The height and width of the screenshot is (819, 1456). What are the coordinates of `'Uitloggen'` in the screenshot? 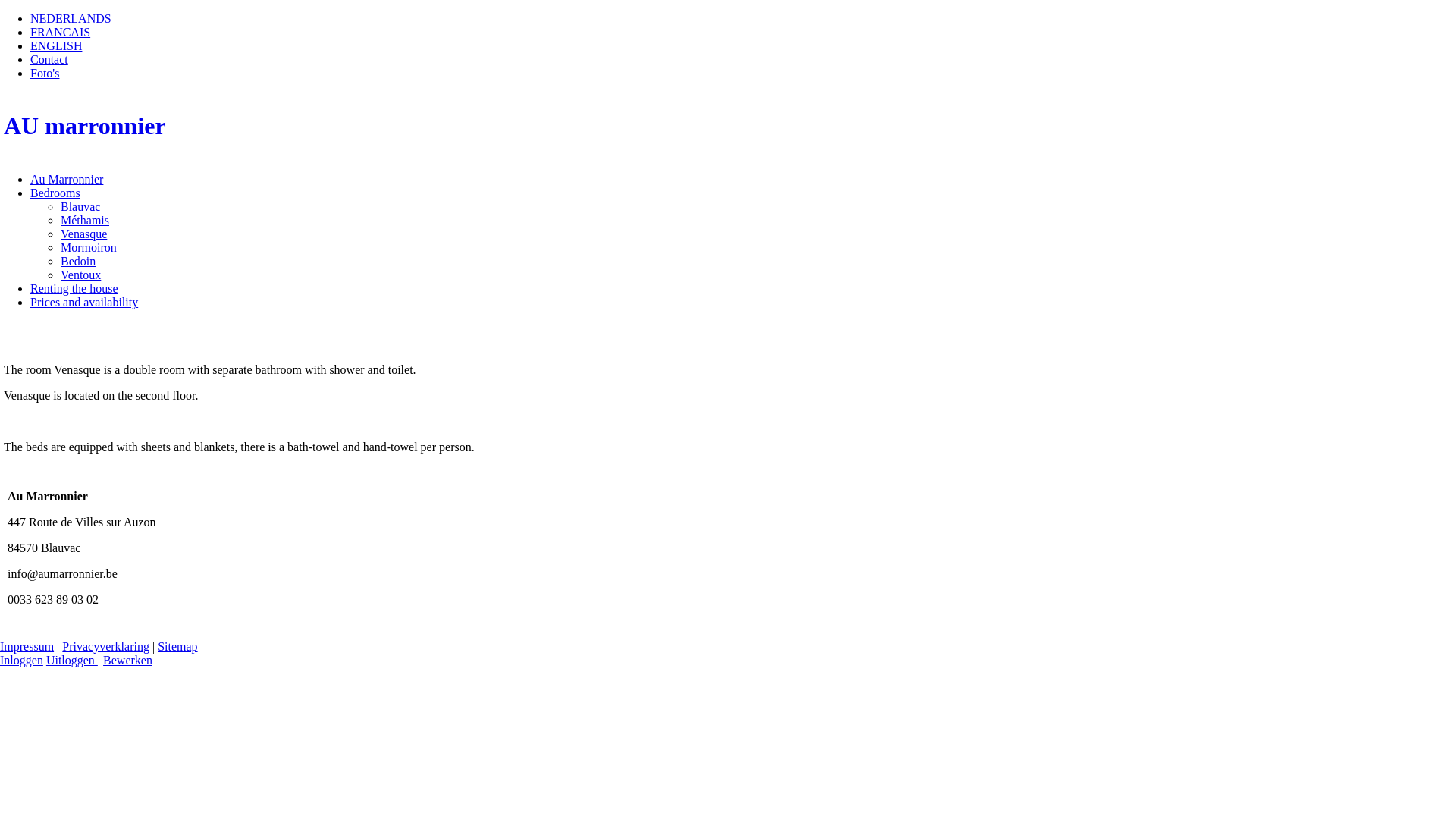 It's located at (46, 659).